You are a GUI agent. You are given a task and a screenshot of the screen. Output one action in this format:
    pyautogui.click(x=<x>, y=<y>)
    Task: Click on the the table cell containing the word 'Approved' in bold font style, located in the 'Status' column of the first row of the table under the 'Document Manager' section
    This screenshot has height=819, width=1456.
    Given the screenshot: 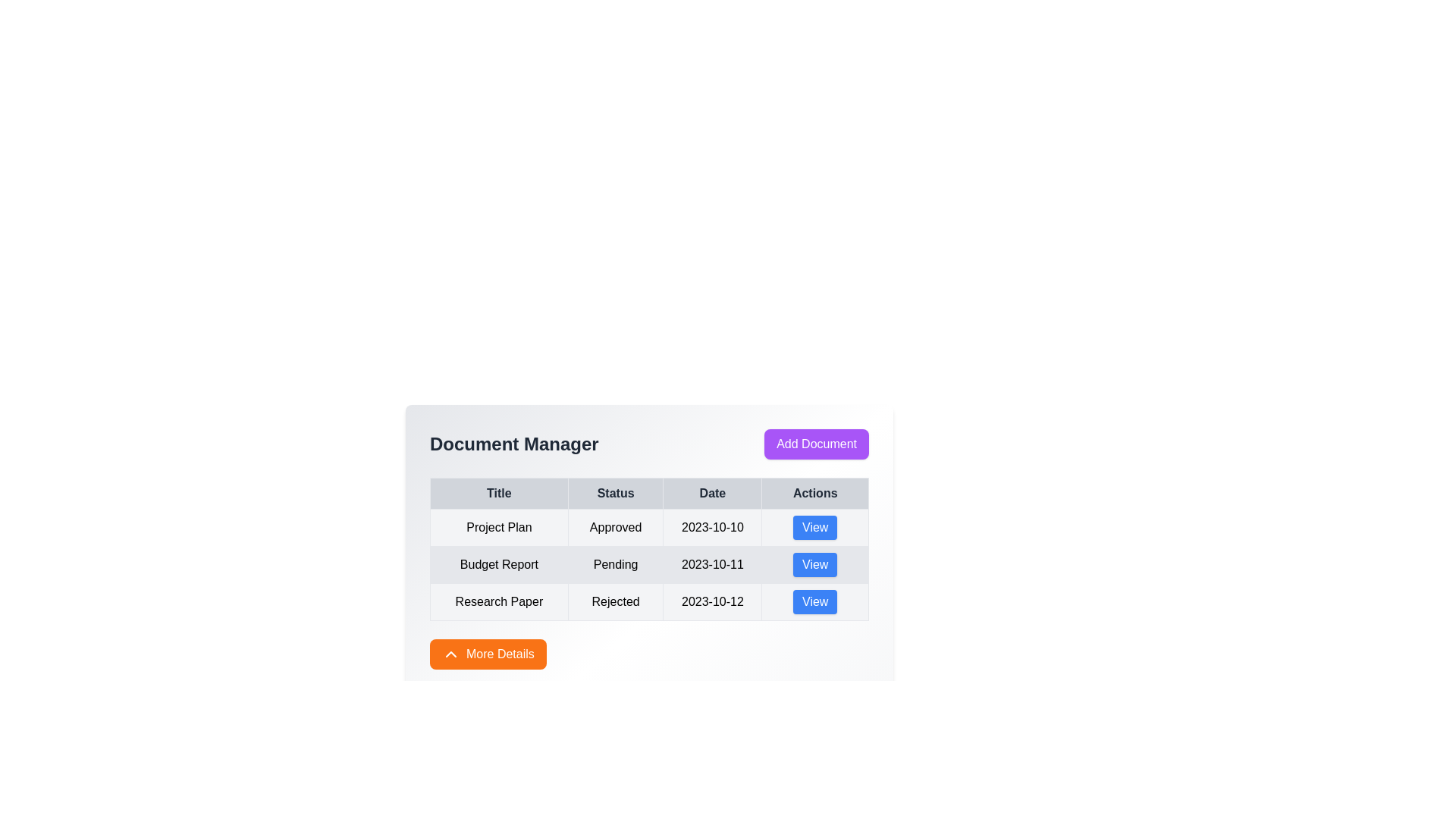 What is the action you would take?
    pyautogui.click(x=649, y=533)
    